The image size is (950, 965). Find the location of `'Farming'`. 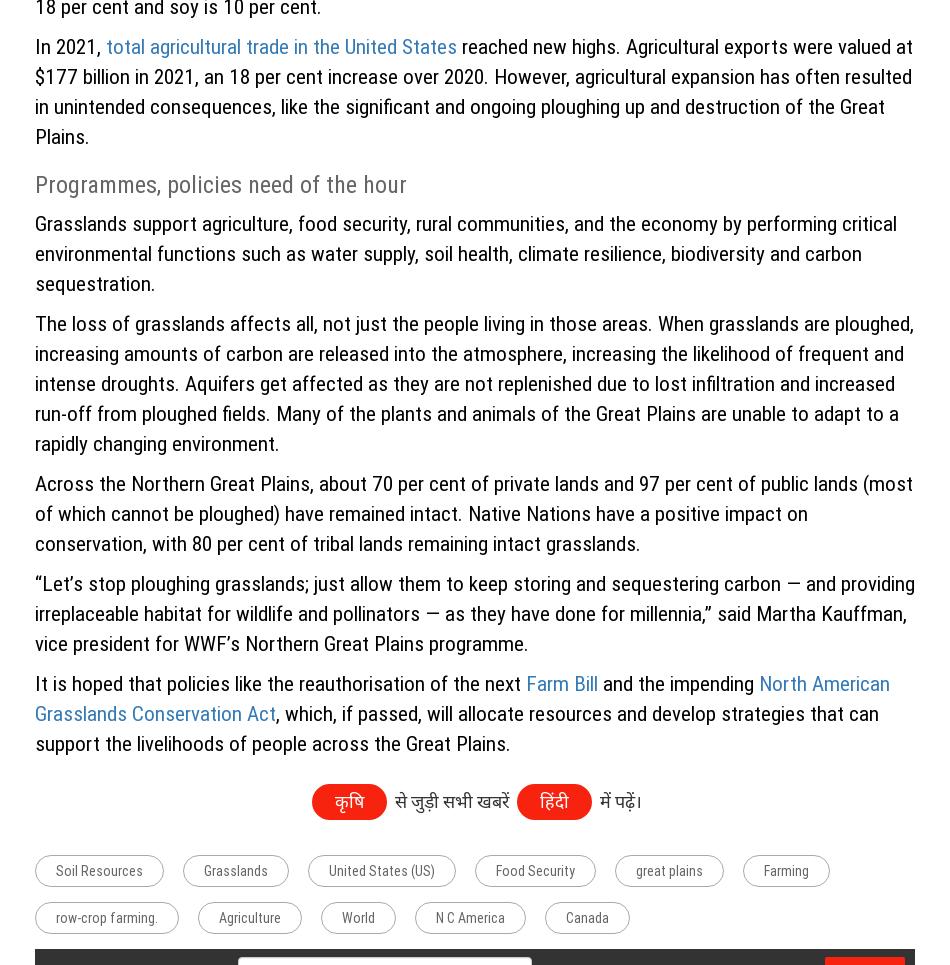

'Farming' is located at coordinates (785, 870).